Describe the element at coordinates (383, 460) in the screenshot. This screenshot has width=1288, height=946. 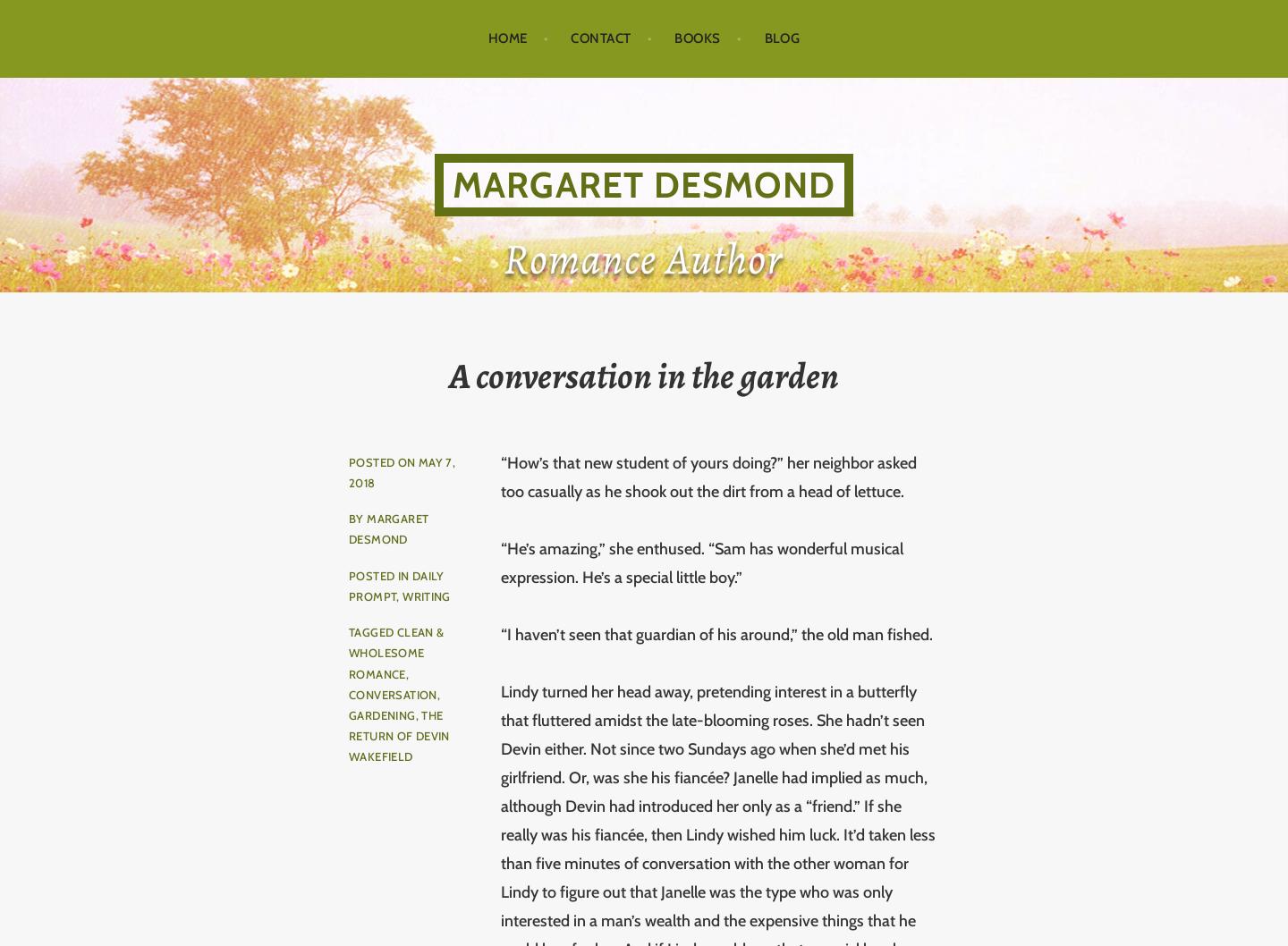
I see `'Posted on'` at that location.